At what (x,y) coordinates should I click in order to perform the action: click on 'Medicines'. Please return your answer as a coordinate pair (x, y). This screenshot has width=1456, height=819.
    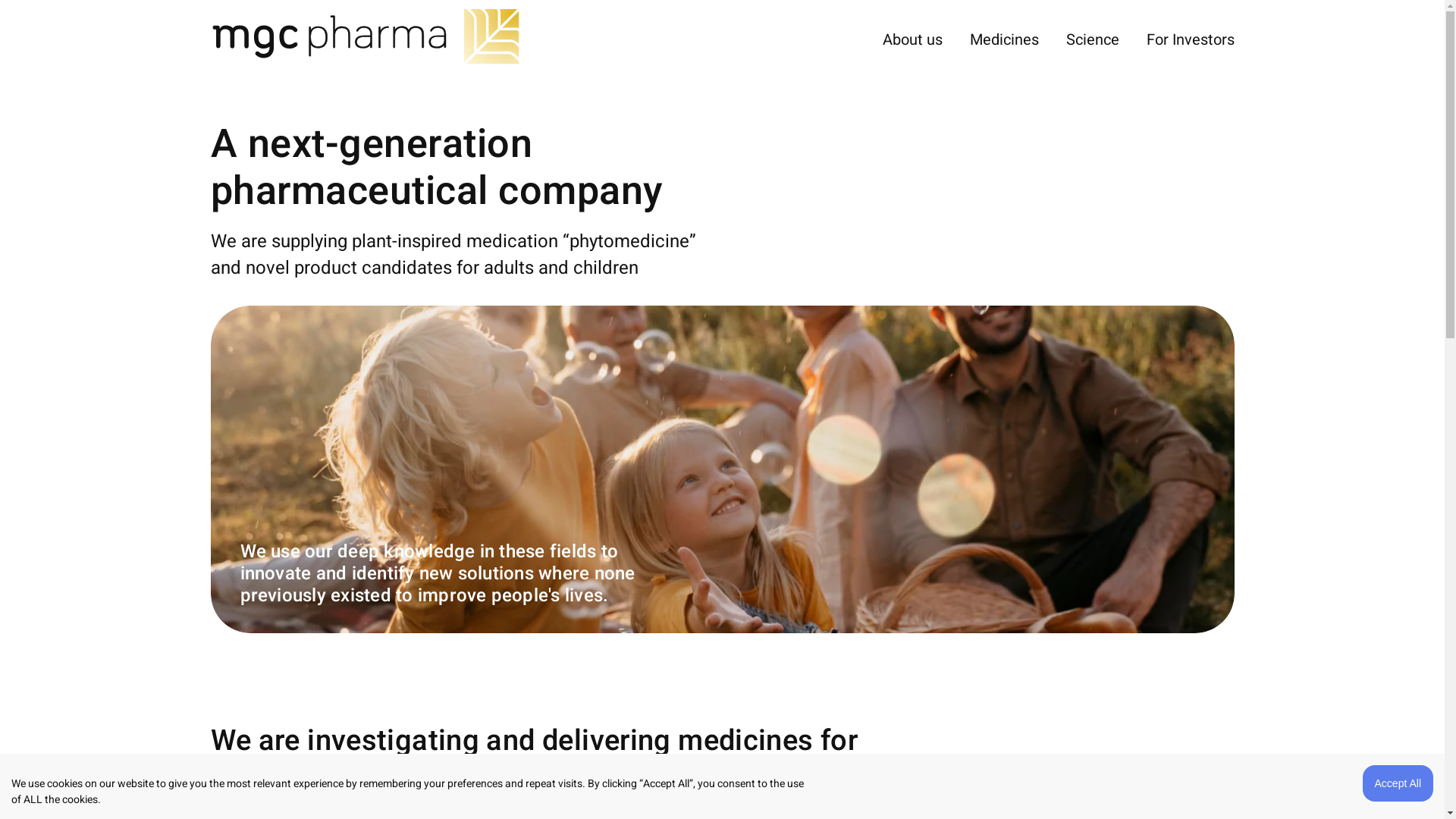
    Looking at the image, I should click on (1003, 39).